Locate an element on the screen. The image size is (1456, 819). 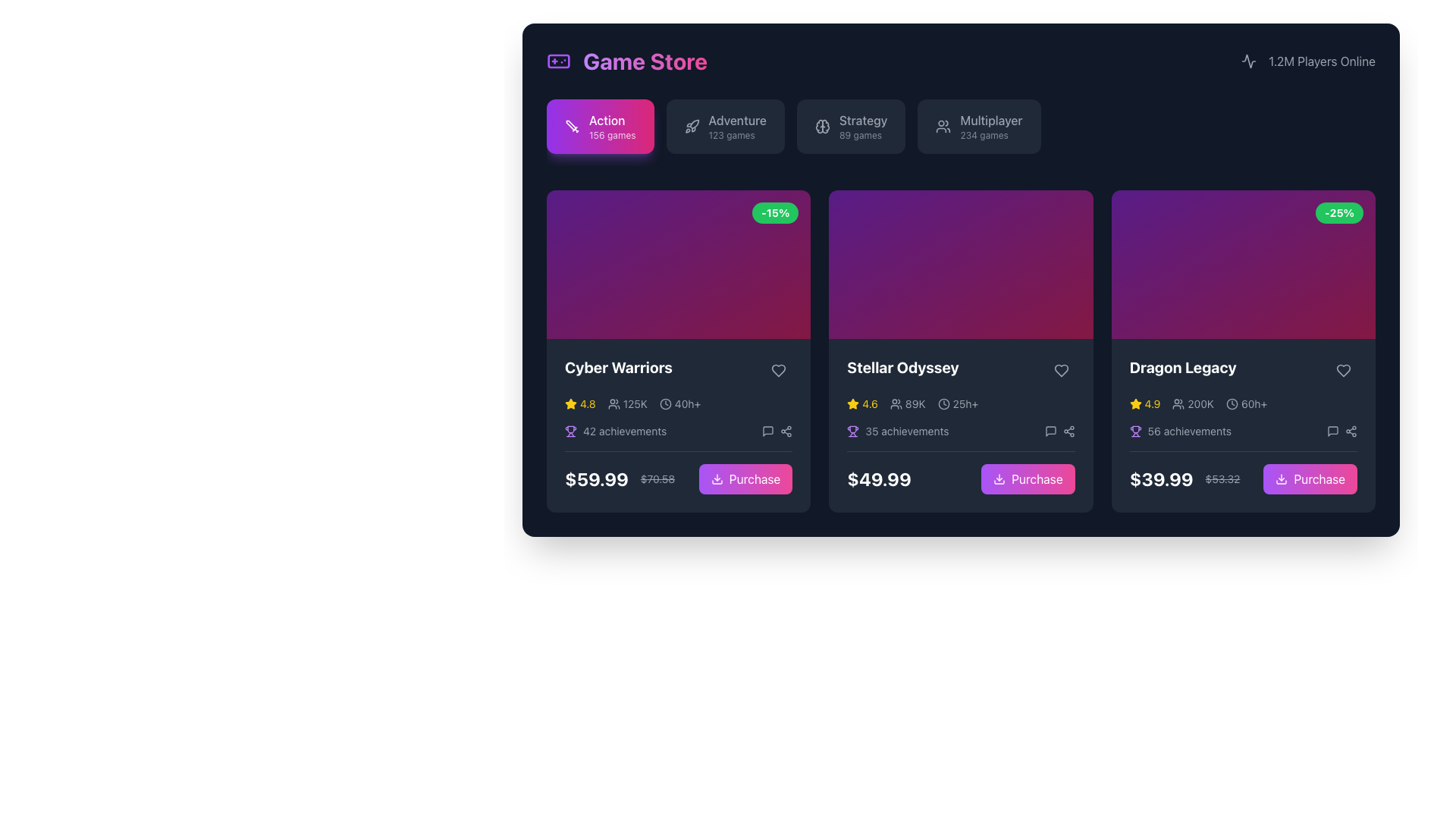
the 'Multiplayer' button which contains the category label and count for multiplayer games to filter by this category is located at coordinates (991, 125).